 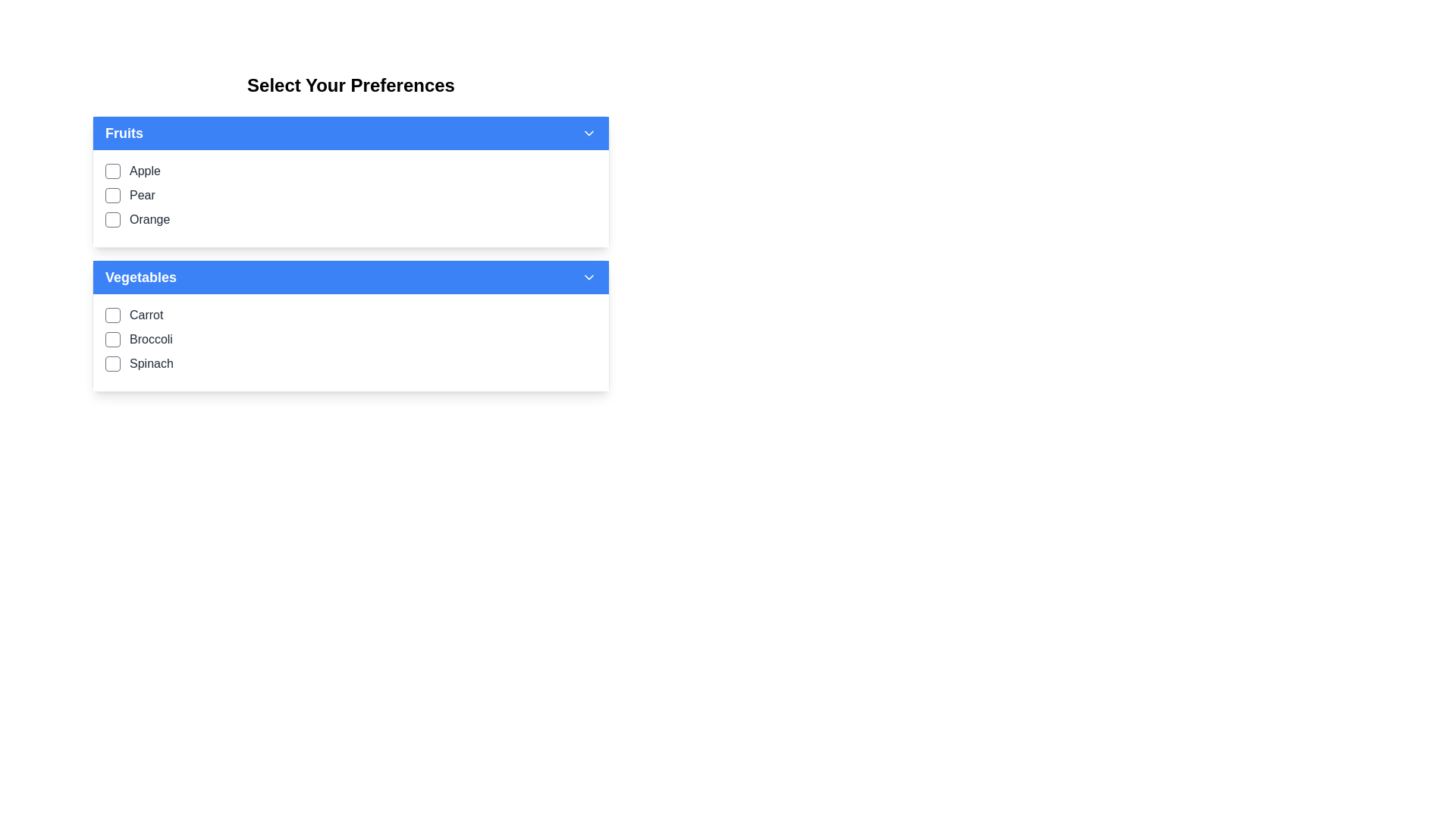 I want to click on the checkbox labeled 'Pear', so click(x=350, y=195).